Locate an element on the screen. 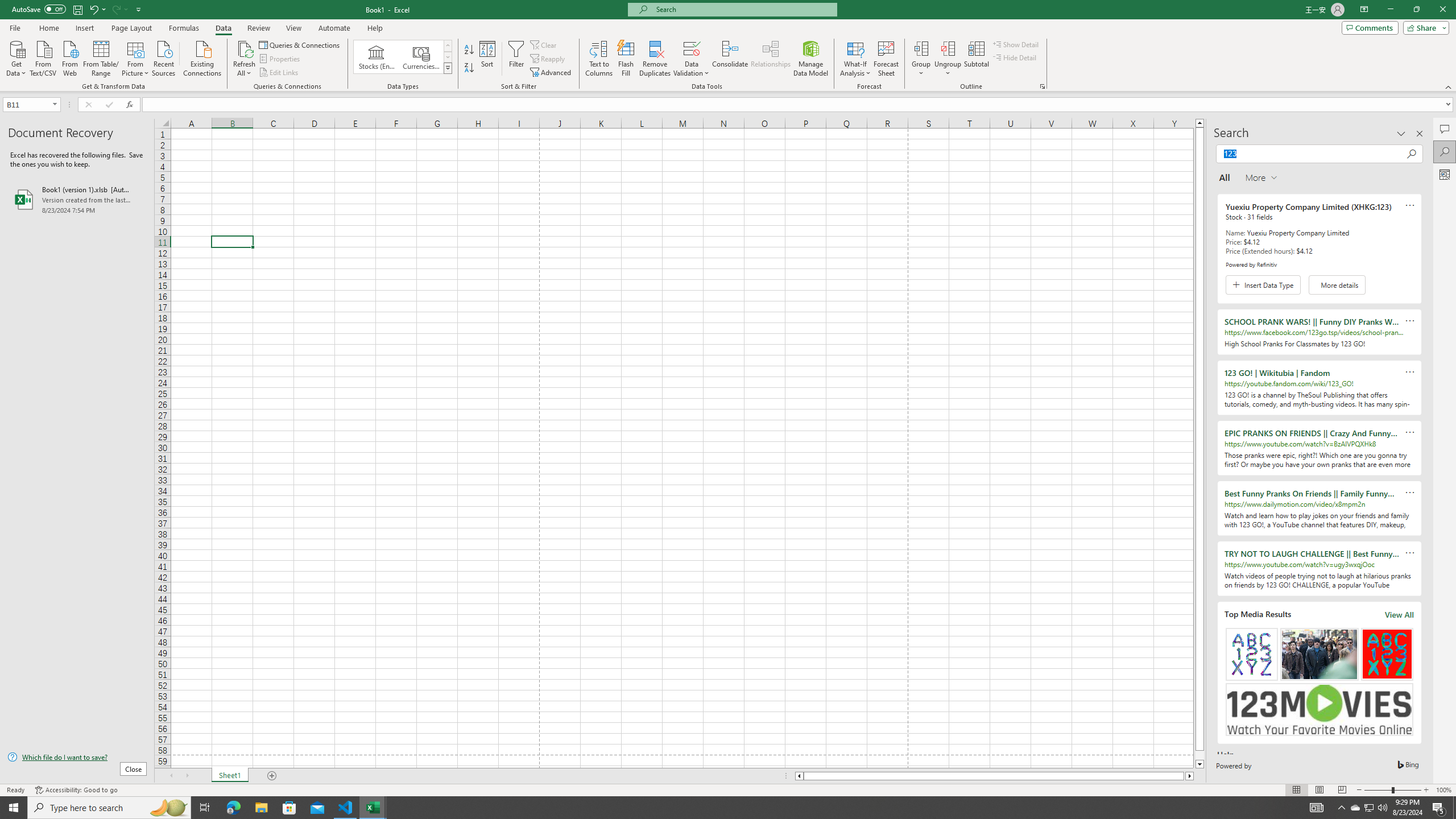 The height and width of the screenshot is (819, 1456). 'Data Validation...' is located at coordinates (691, 48).